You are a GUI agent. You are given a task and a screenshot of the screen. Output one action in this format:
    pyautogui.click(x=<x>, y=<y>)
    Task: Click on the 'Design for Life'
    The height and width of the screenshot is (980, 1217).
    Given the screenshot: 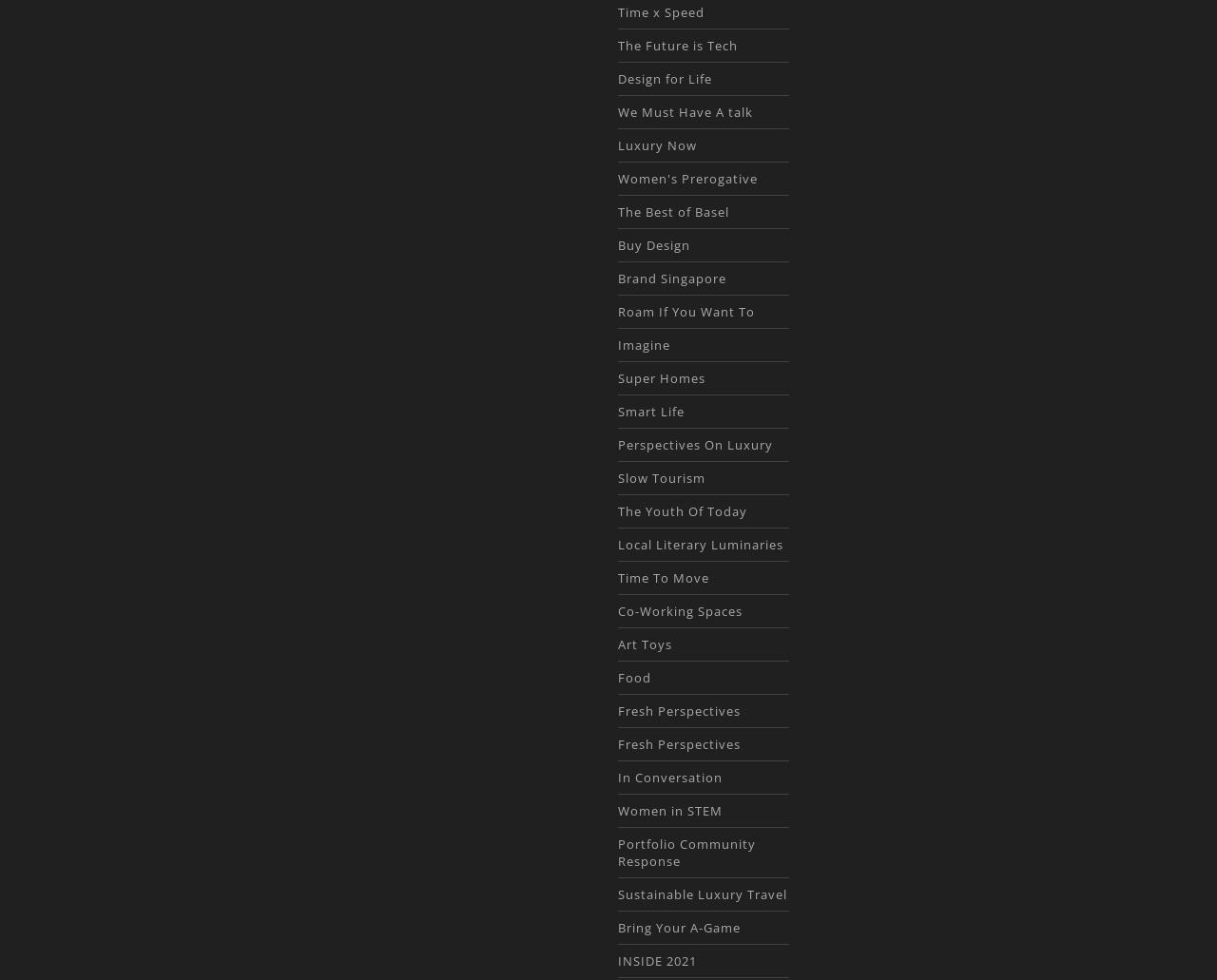 What is the action you would take?
    pyautogui.click(x=664, y=78)
    